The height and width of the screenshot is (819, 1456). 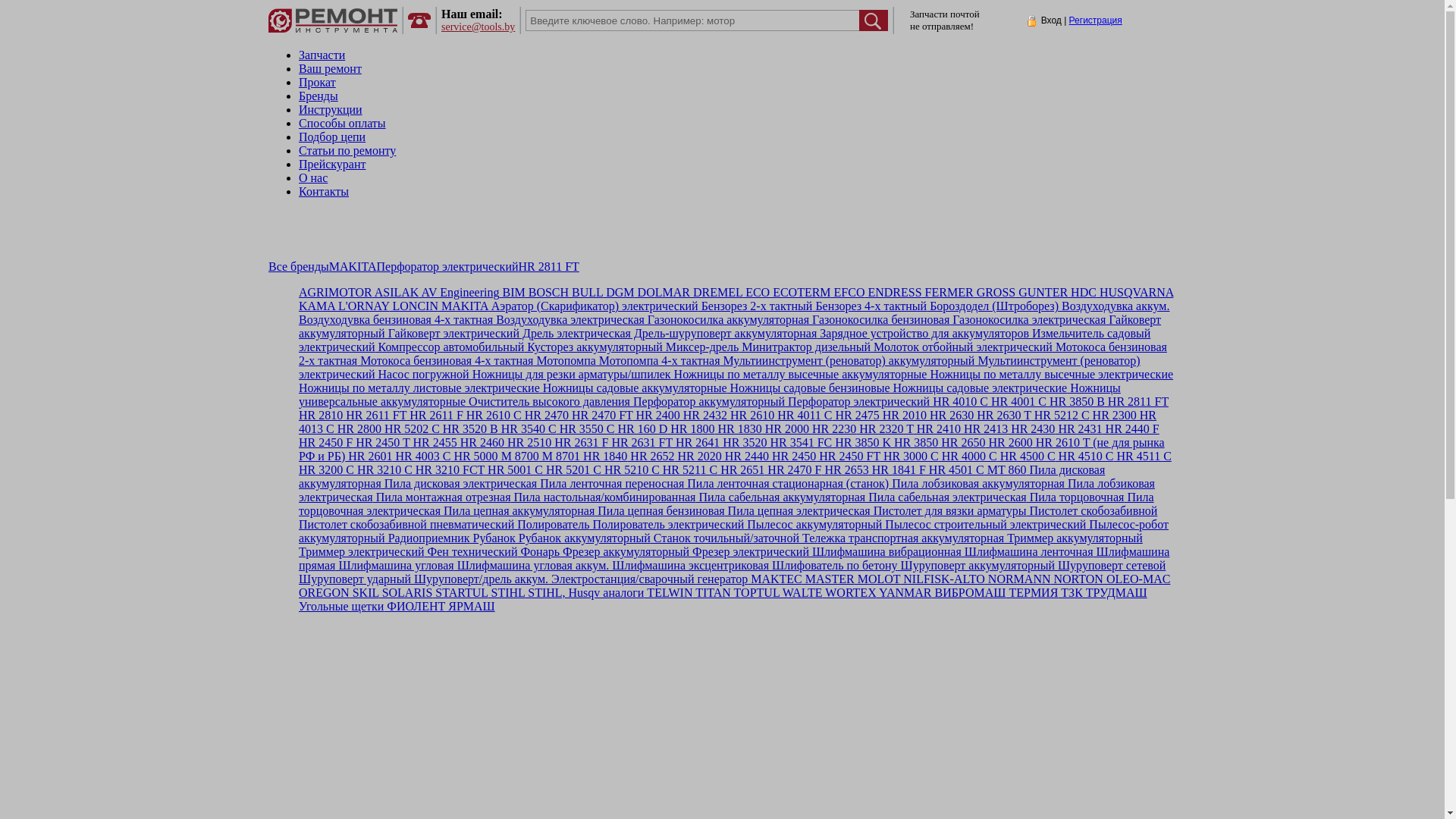 I want to click on 'HR 2000', so click(x=786, y=428).